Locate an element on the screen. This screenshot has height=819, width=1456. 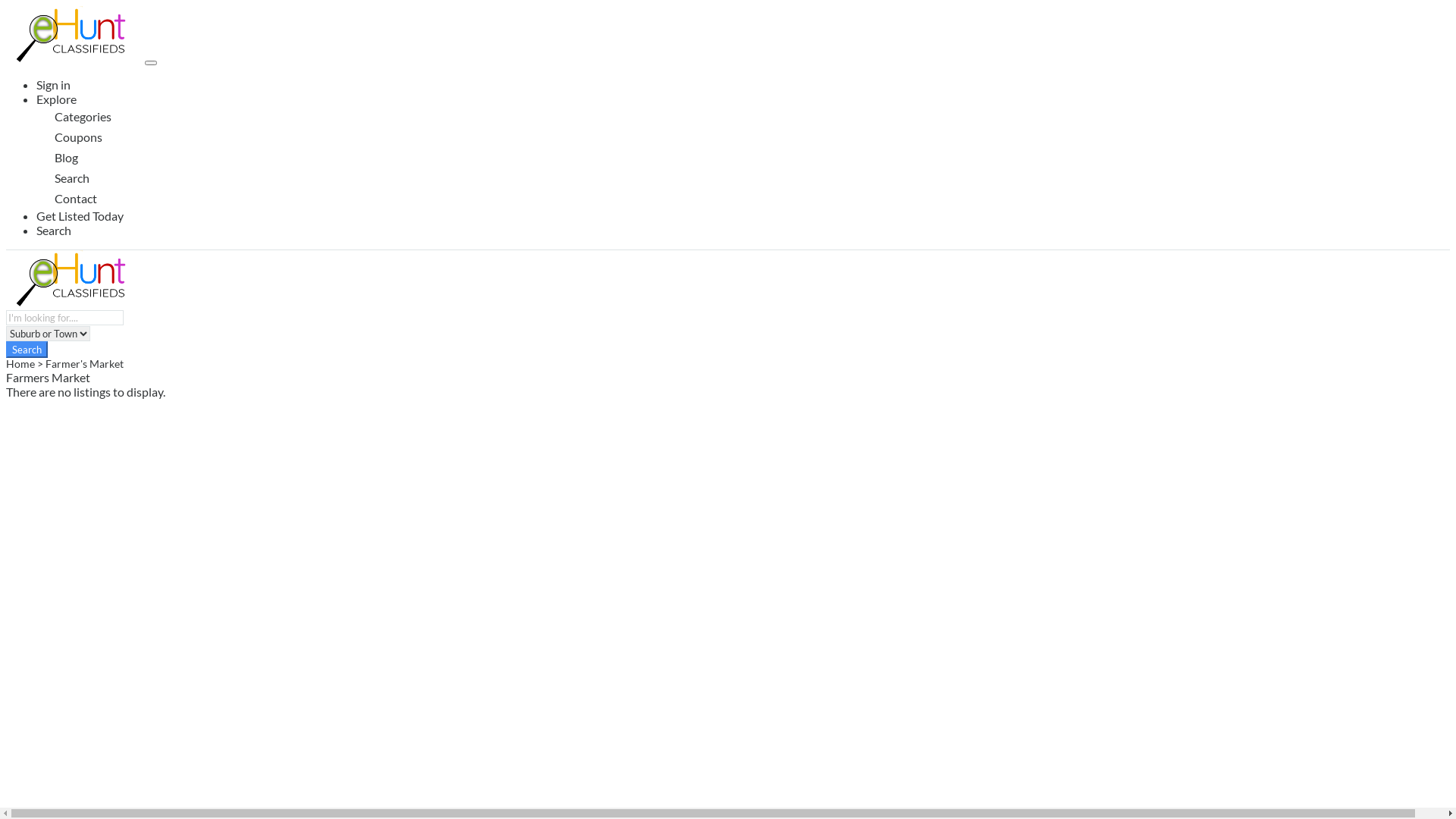
'Sign in' is located at coordinates (53, 84).